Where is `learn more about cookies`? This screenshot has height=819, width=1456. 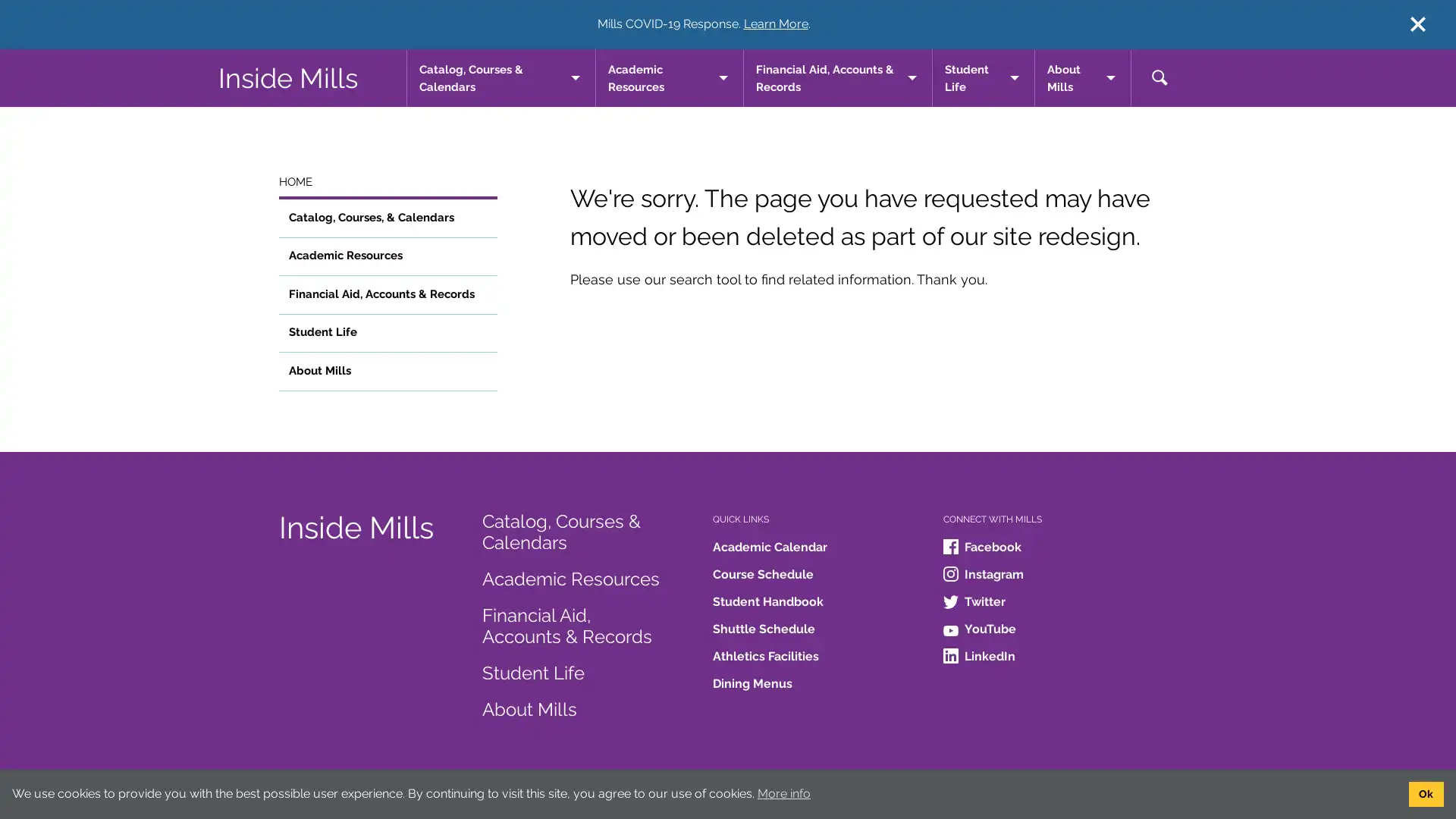
learn more about cookies is located at coordinates (785, 792).